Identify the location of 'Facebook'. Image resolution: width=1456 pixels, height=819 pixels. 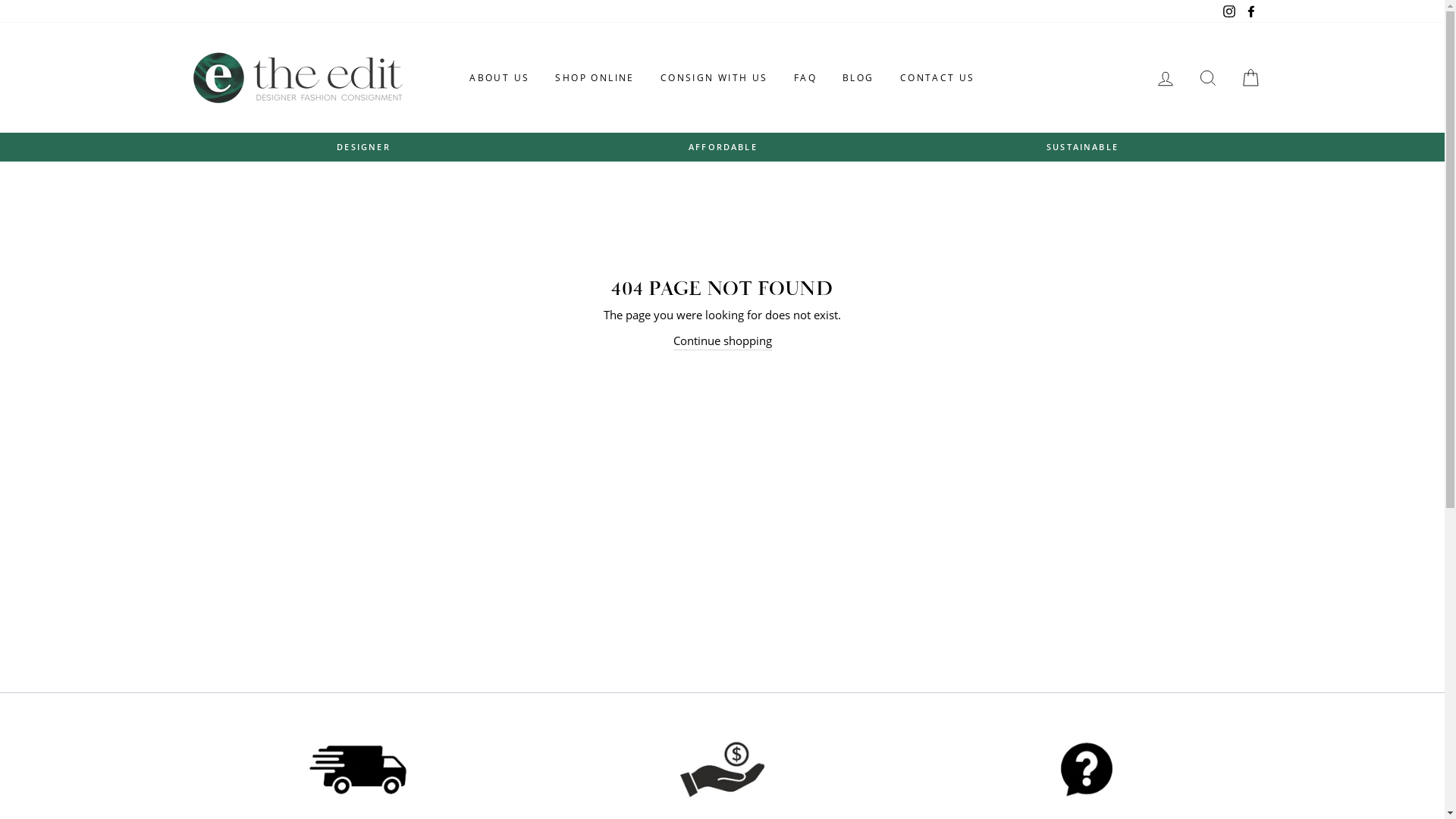
(1250, 11).